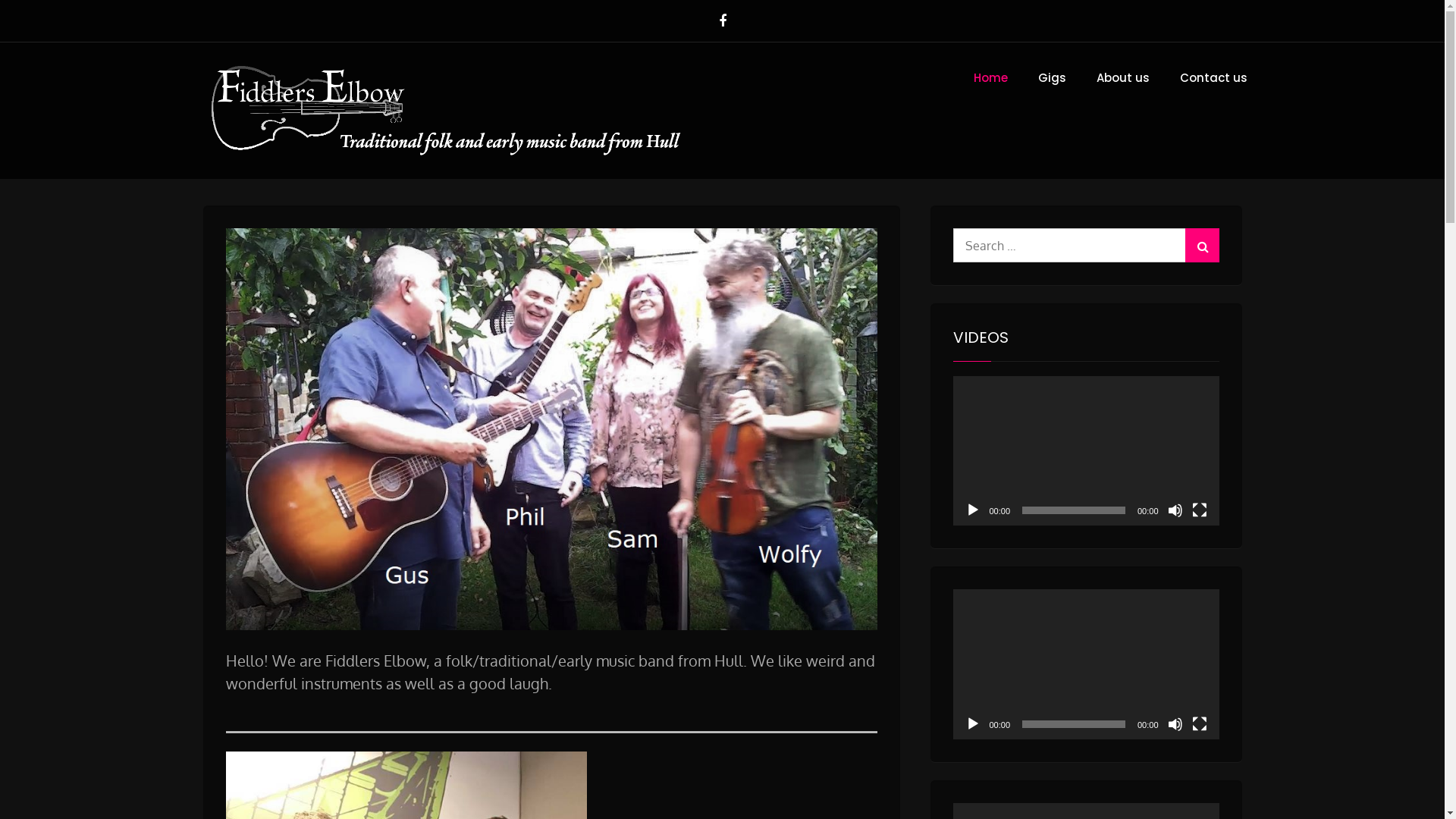 This screenshot has height=819, width=1456. Describe the element at coordinates (1167, 510) in the screenshot. I see `'Mute'` at that location.